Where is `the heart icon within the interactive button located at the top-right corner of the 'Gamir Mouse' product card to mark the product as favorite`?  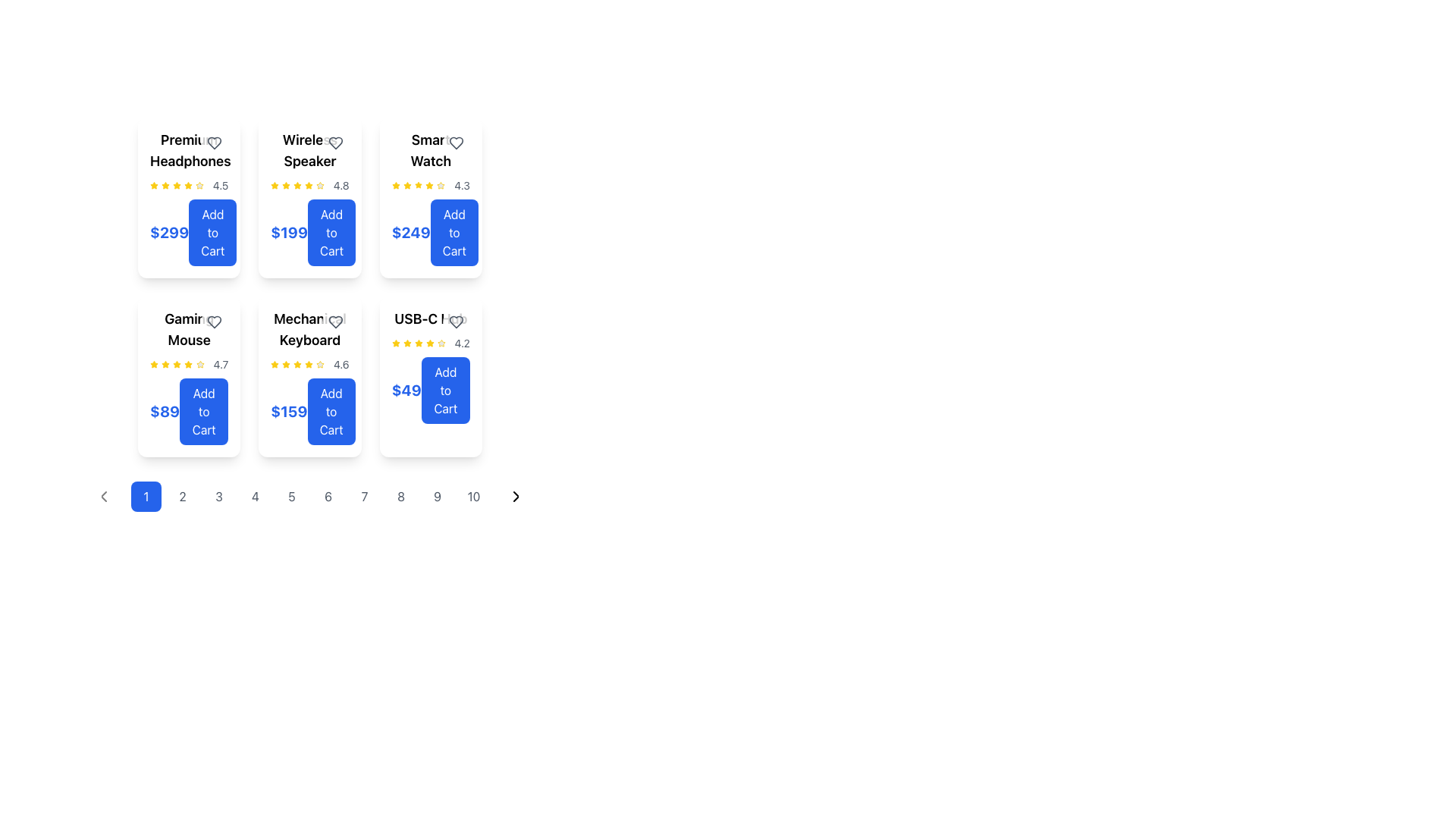
the heart icon within the interactive button located at the top-right corner of the 'Gamir Mouse' product card to mark the product as favorite is located at coordinates (214, 321).